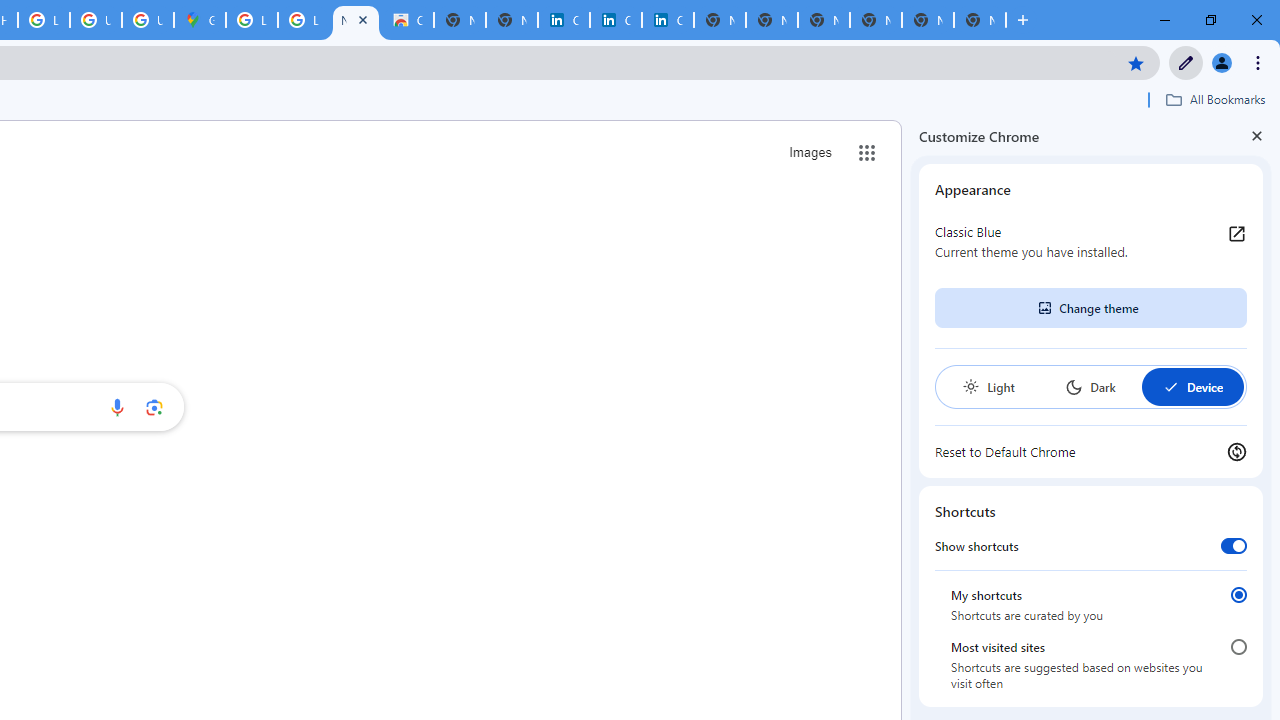  What do you see at coordinates (1089, 308) in the screenshot?
I see `'Change theme'` at bounding box center [1089, 308].